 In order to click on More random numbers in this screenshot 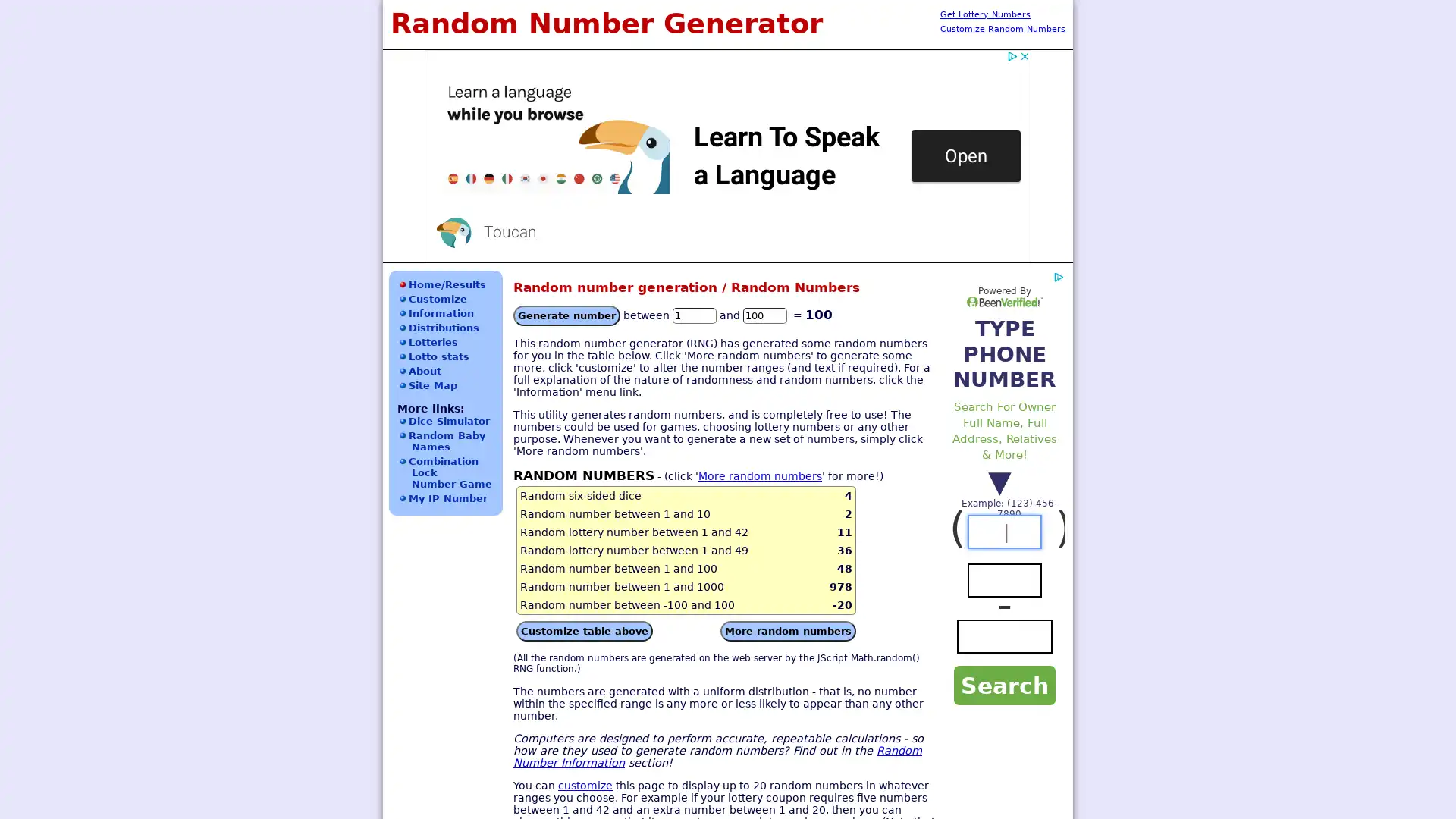, I will do `click(788, 630)`.